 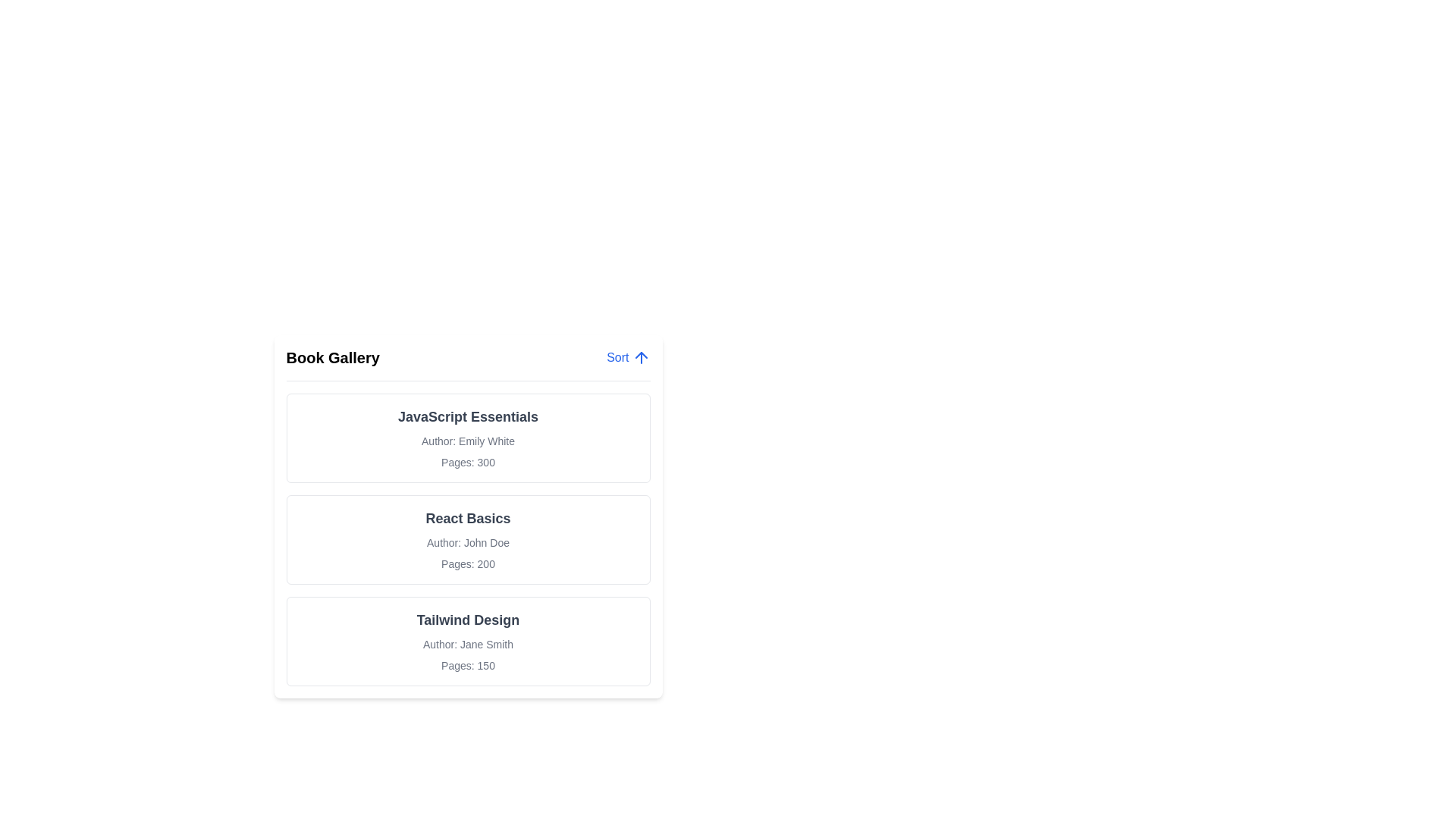 I want to click on text label displaying the author of the book 'React Basics', which is located below the title and above the page count text, so click(x=467, y=542).